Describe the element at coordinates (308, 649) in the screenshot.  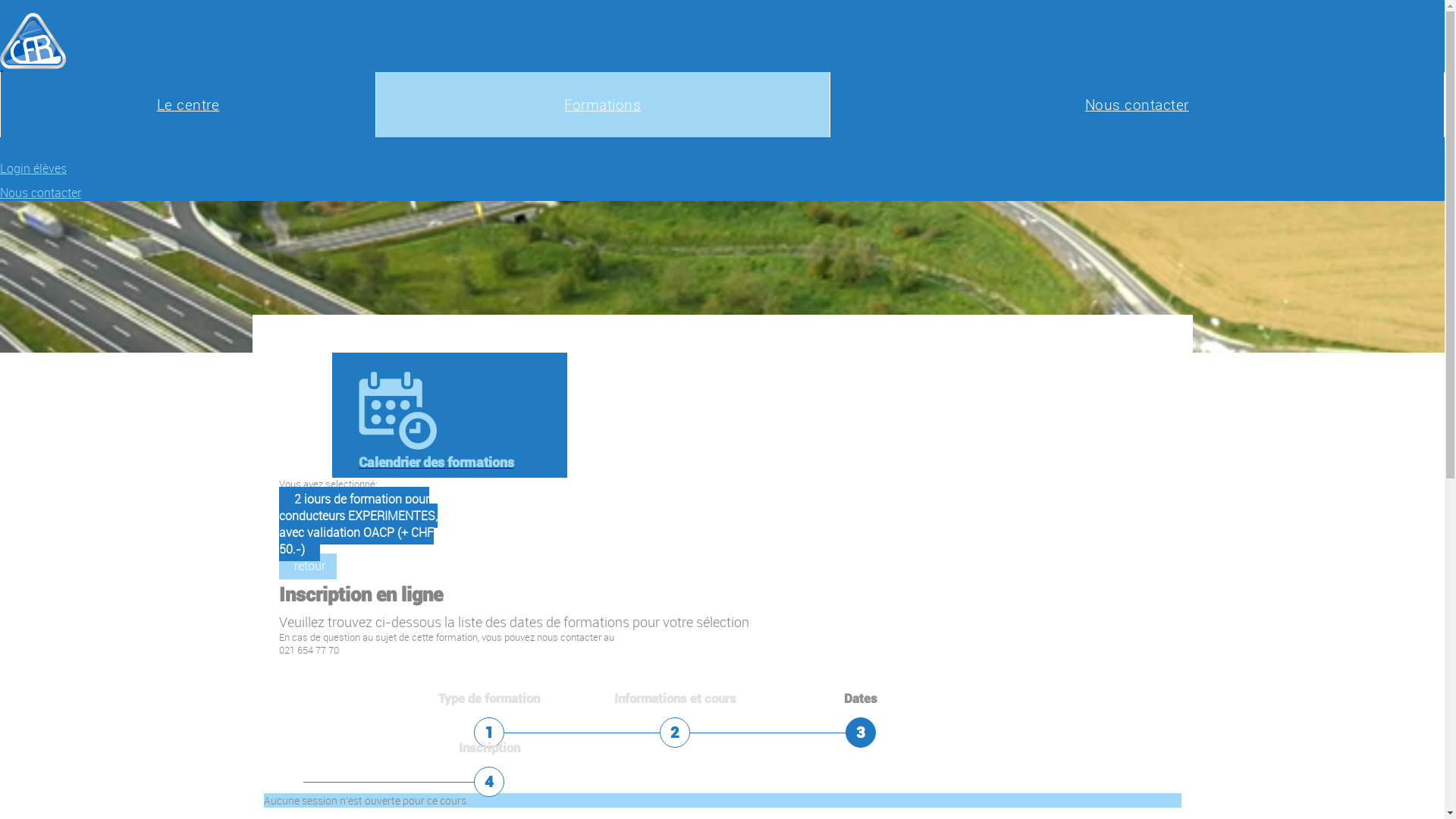
I see `'021 654 77 70'` at that location.